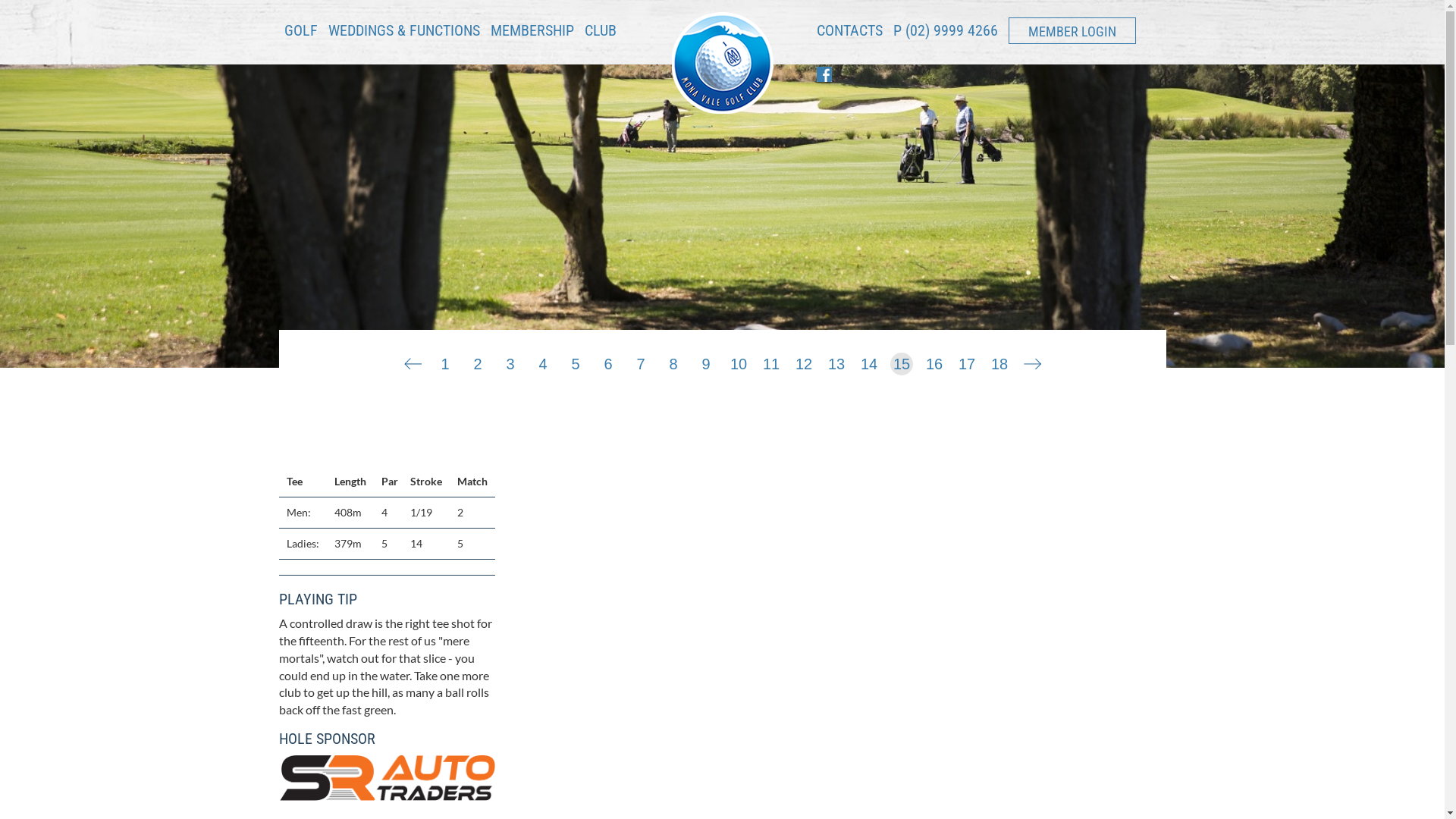  What do you see at coordinates (510, 360) in the screenshot?
I see `'3'` at bounding box center [510, 360].